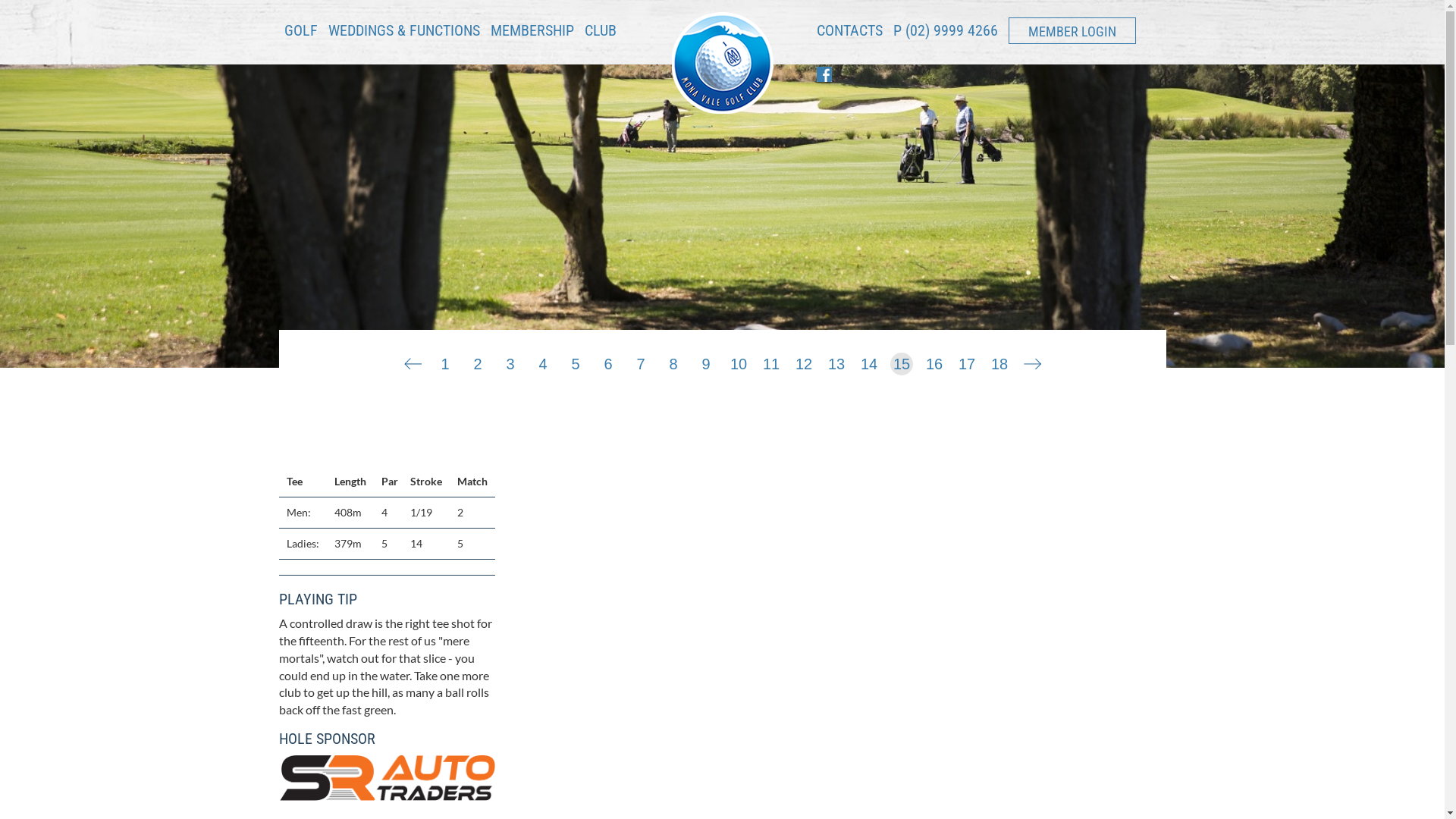  What do you see at coordinates (510, 360) in the screenshot?
I see `'3'` at bounding box center [510, 360].